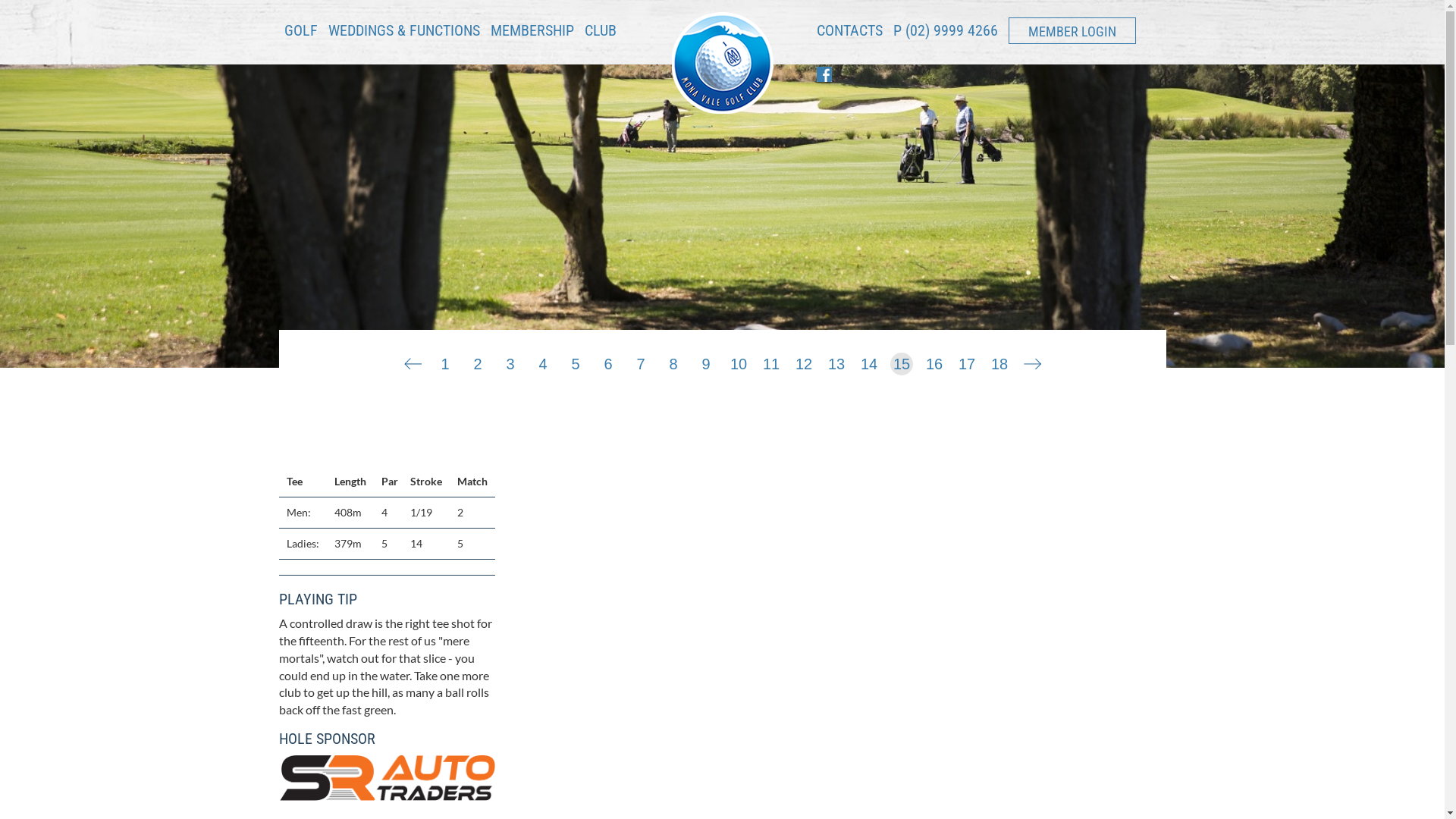  What do you see at coordinates (510, 360) in the screenshot?
I see `'3'` at bounding box center [510, 360].